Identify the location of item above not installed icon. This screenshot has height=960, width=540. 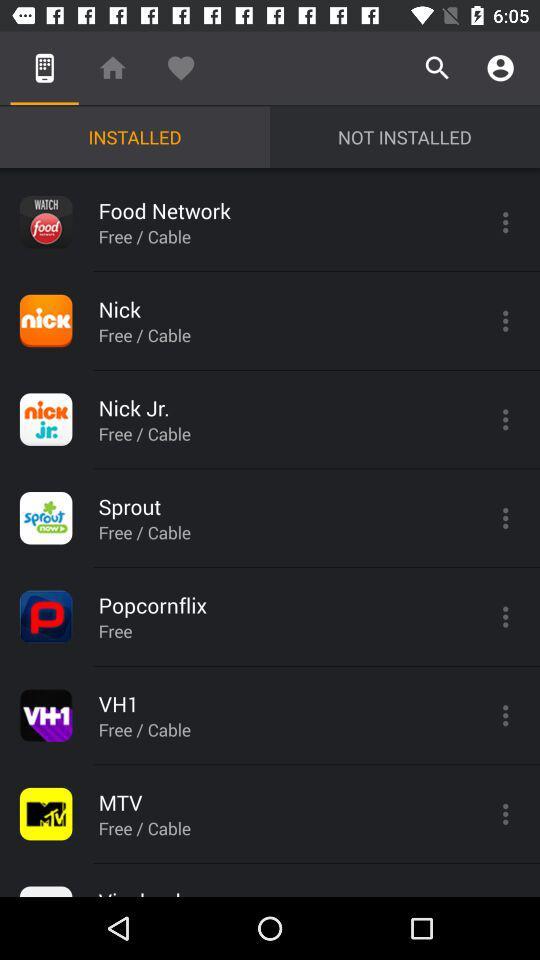
(436, 68).